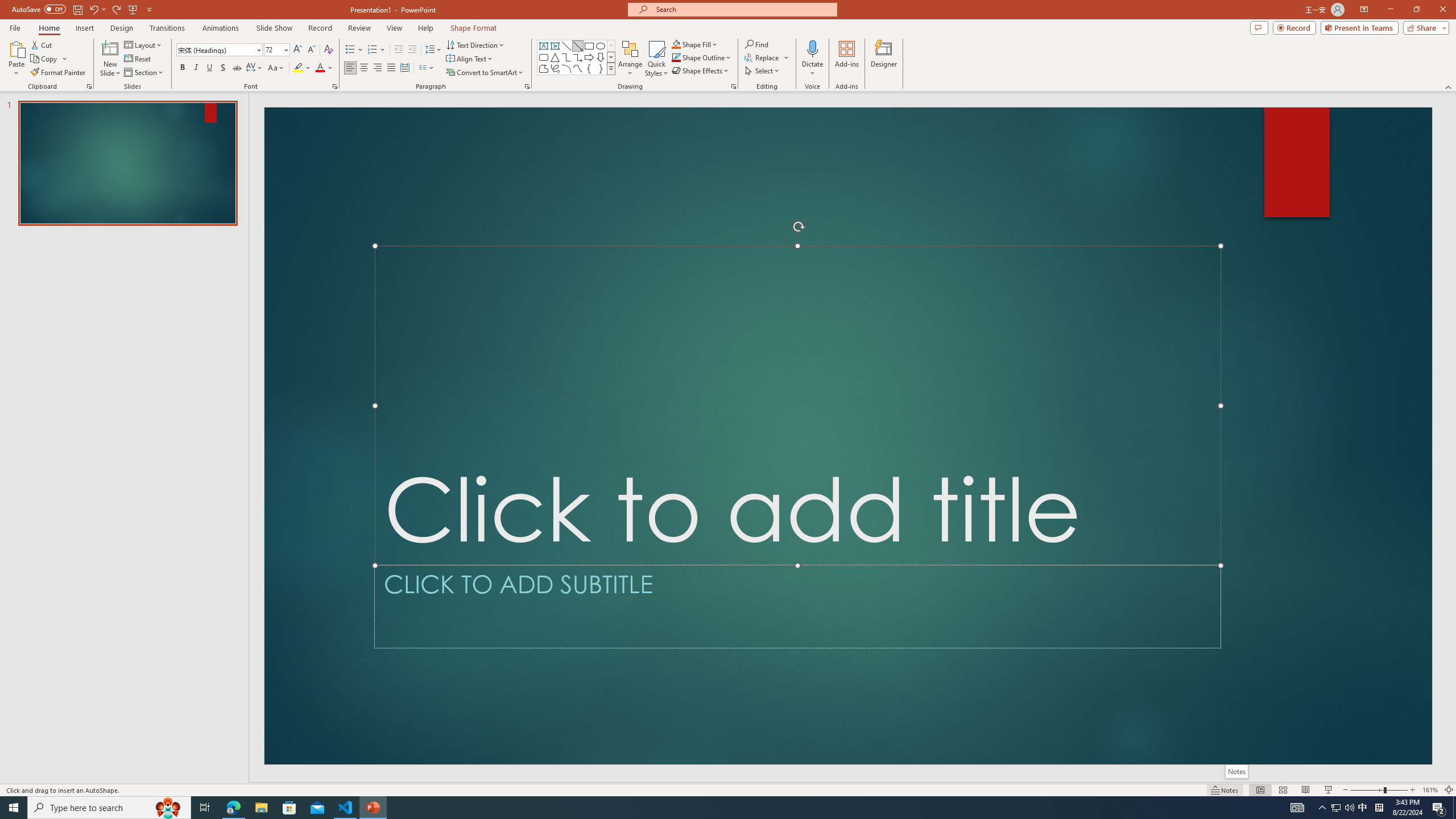  Describe the element at coordinates (797, 606) in the screenshot. I see `'Subtitle TextBox'` at that location.